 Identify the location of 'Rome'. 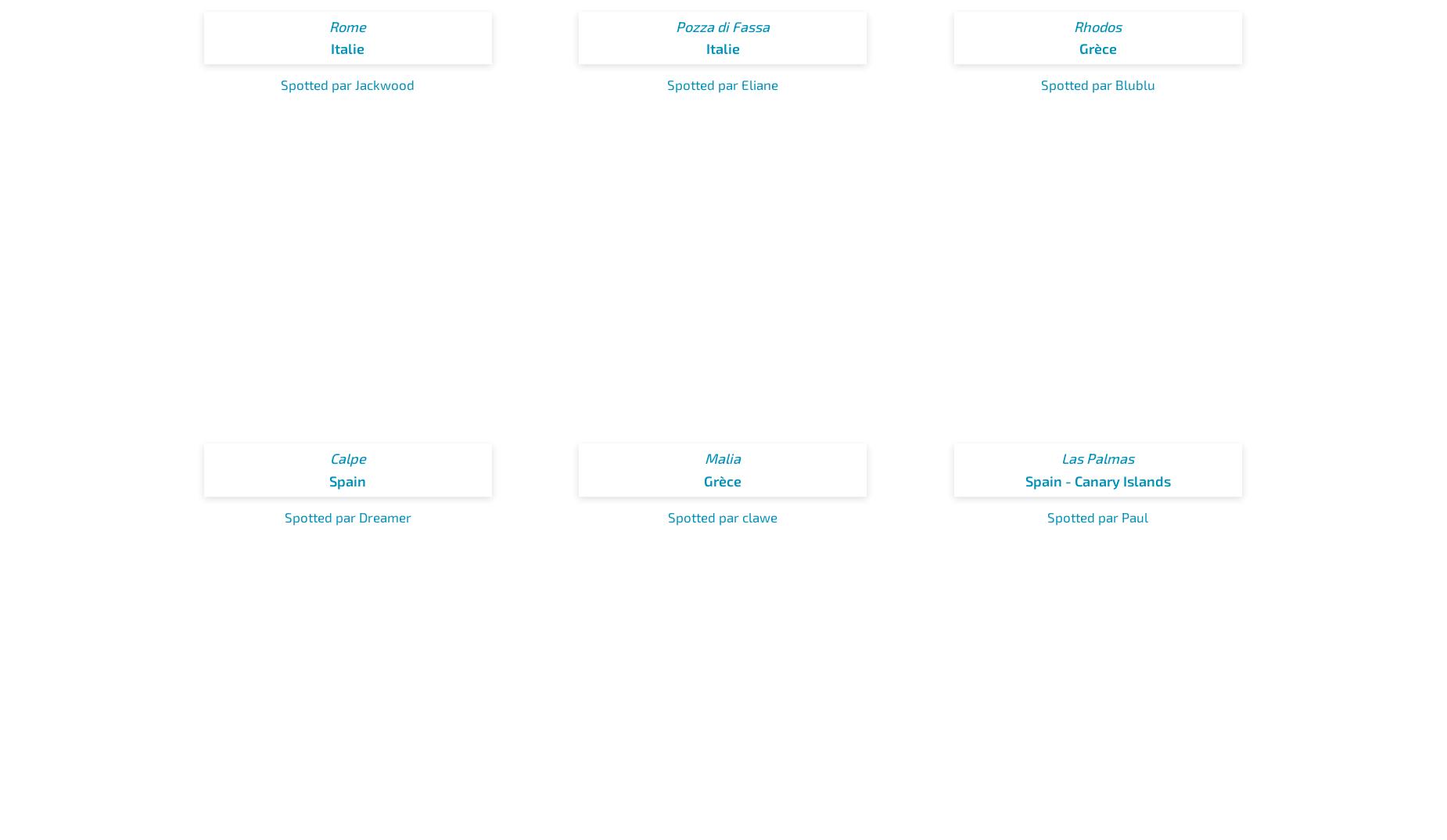
(329, 24).